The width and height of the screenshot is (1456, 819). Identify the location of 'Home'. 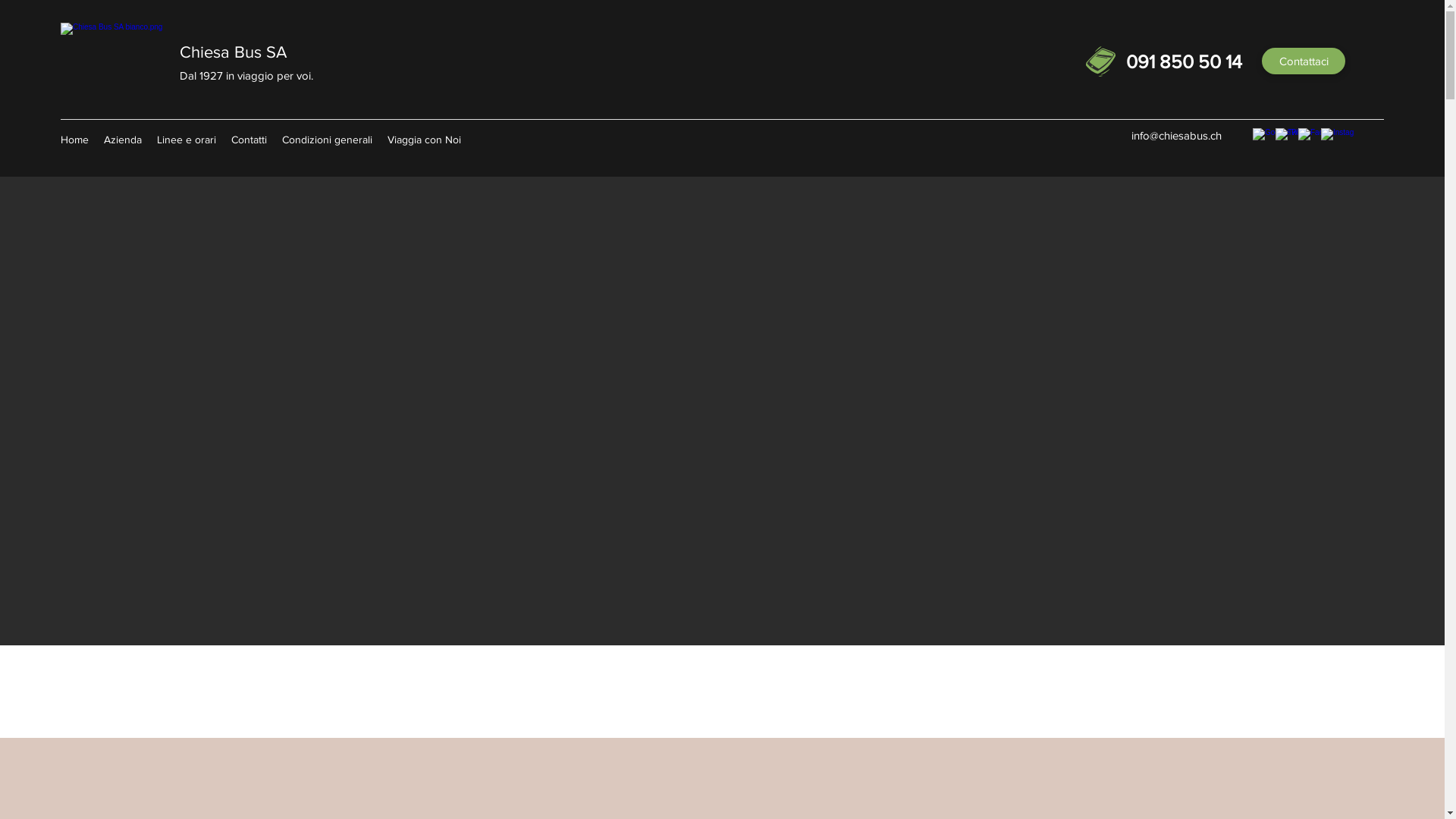
(74, 140).